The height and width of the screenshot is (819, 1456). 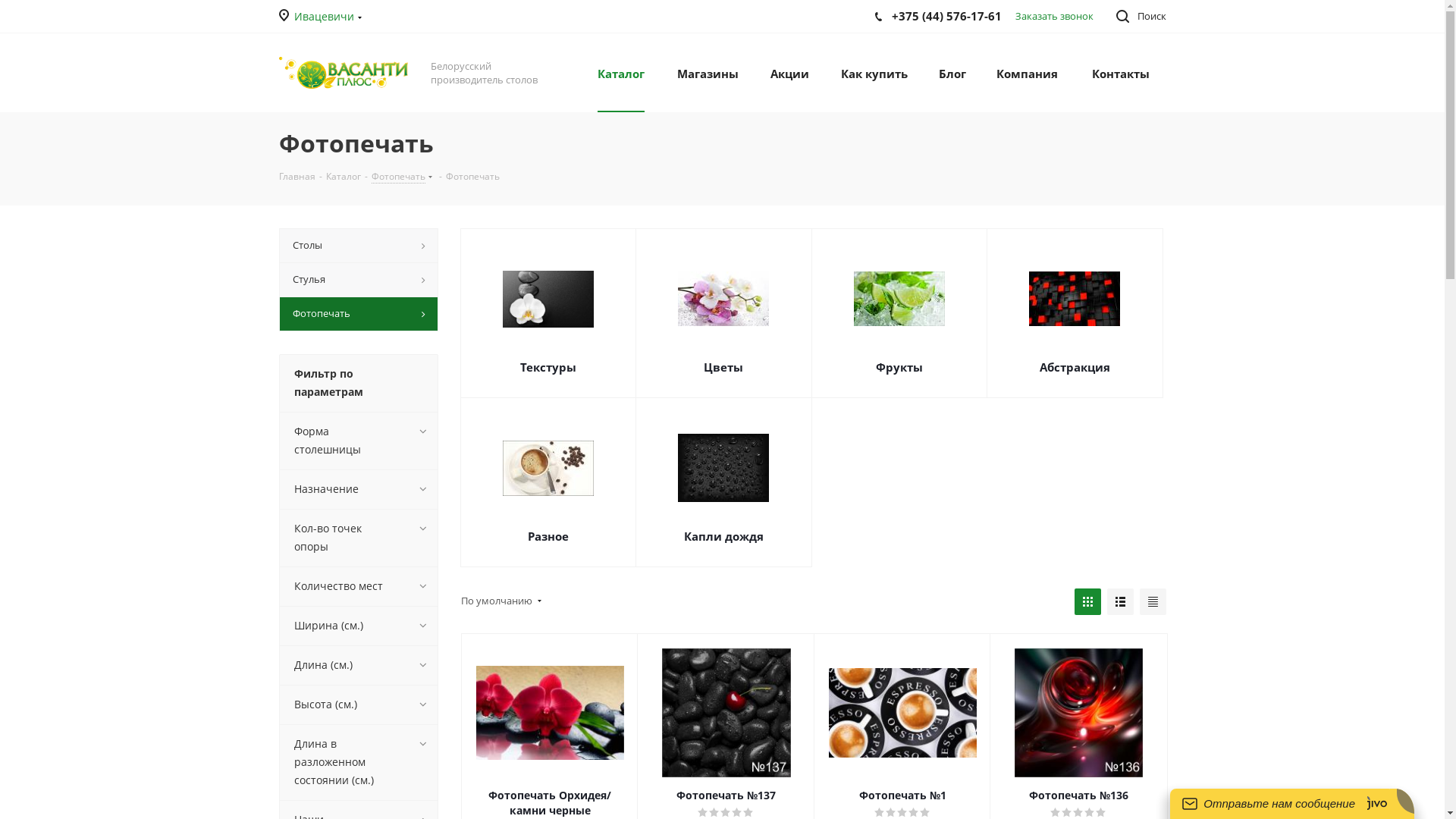 I want to click on 'Y', so click(x=5, y=5).